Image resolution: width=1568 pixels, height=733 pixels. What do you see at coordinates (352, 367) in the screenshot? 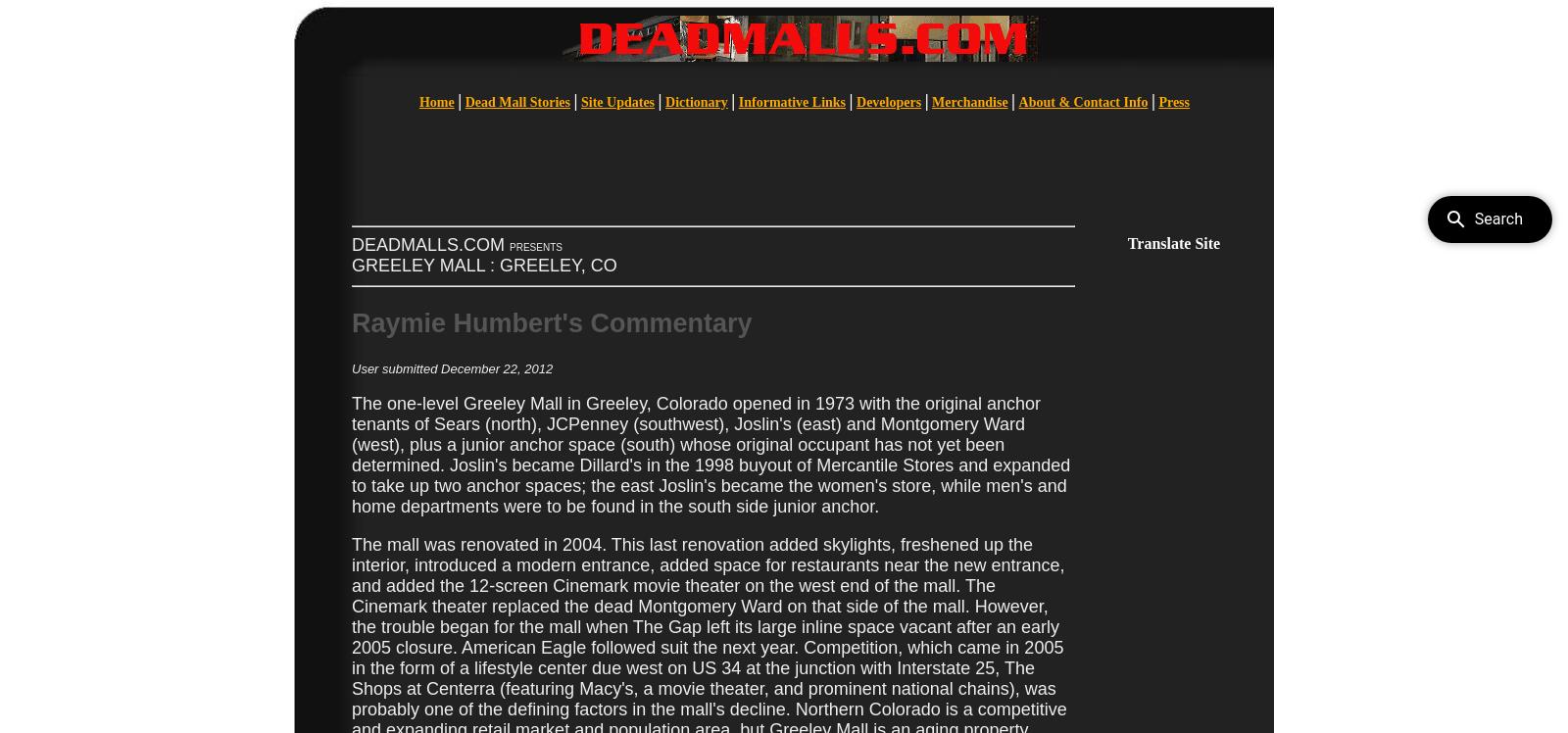
I see `'User submitted December 22, 2012'` at bounding box center [352, 367].